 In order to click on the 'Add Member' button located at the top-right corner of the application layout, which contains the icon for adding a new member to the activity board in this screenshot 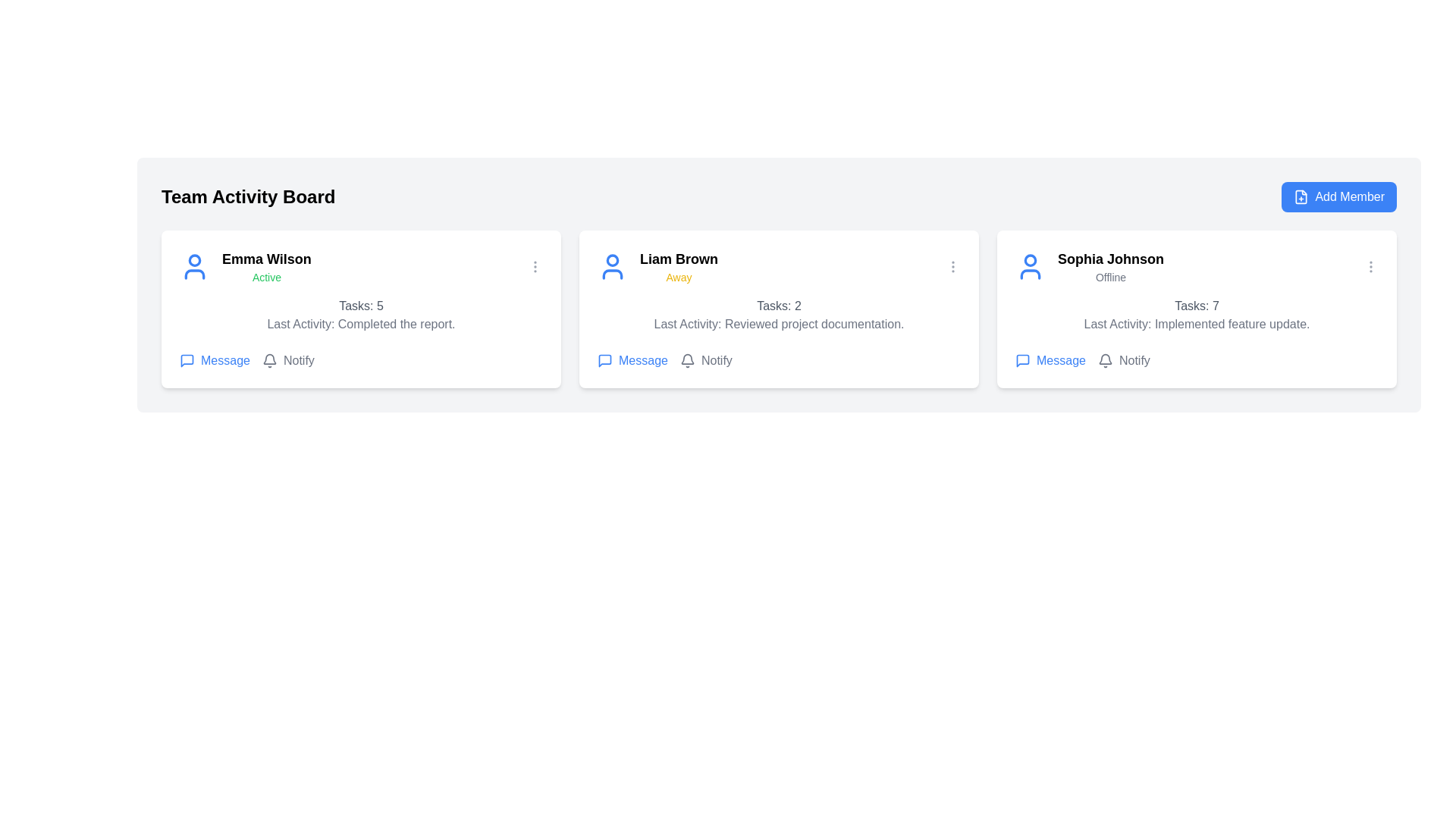, I will do `click(1301, 196)`.